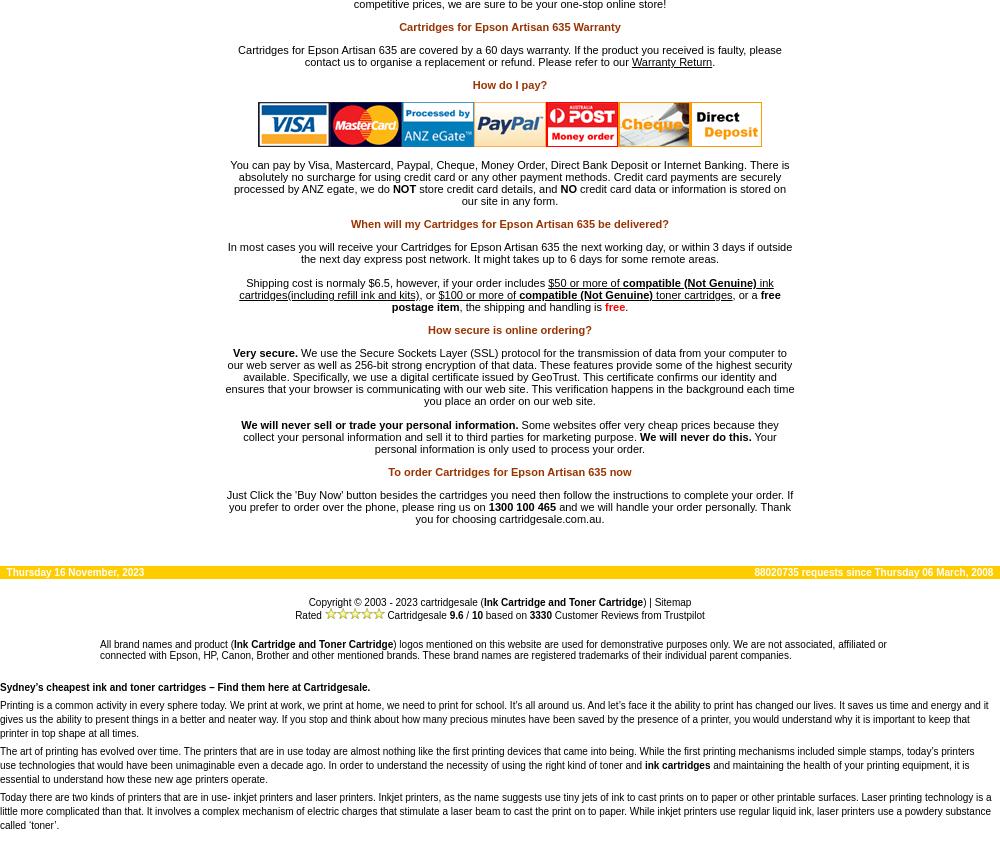  I want to click on 'NOT', so click(392, 188).